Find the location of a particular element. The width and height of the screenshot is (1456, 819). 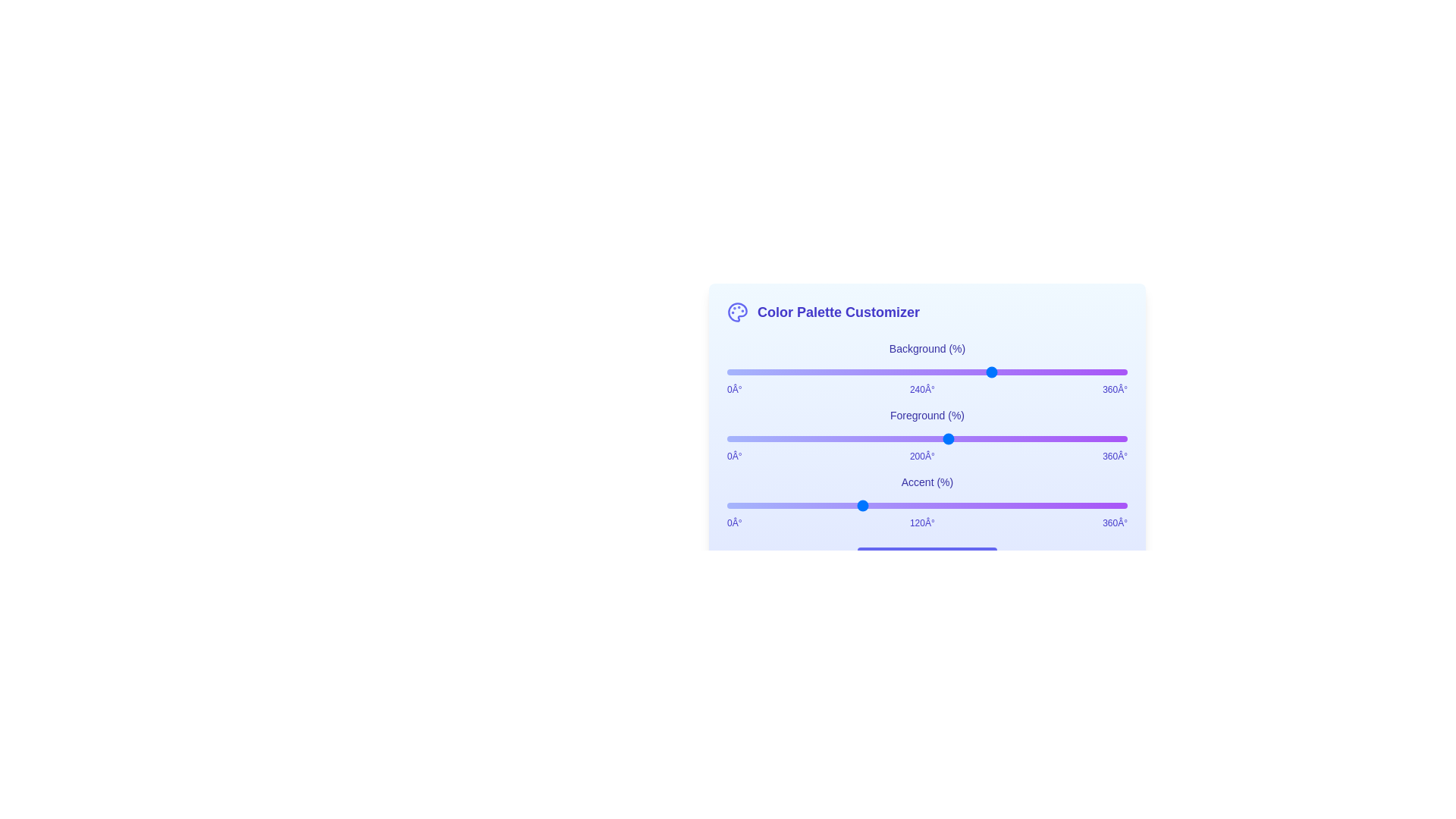

the Accent slider to set its hue to 25 degrees is located at coordinates (755, 506).